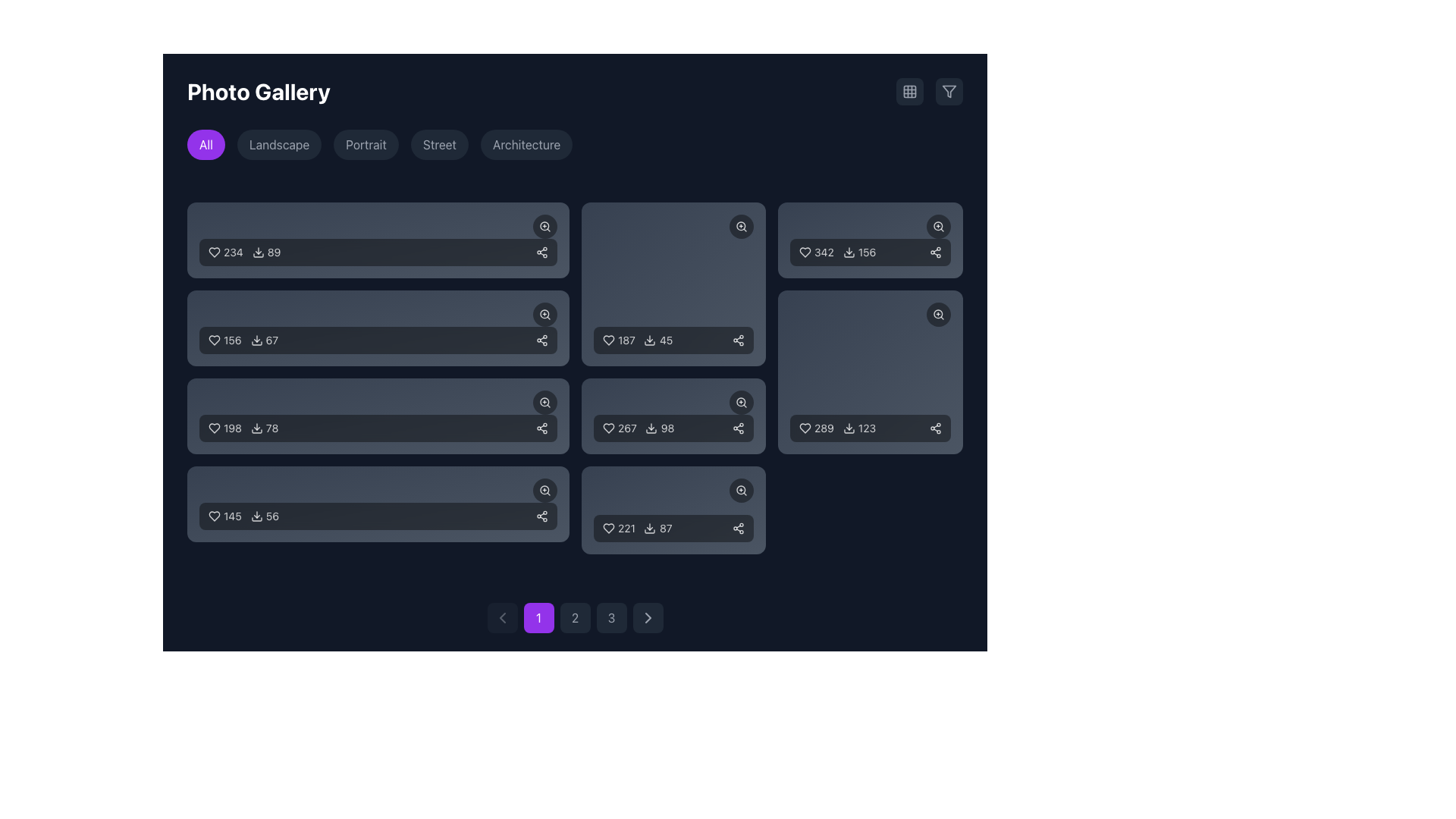 Image resolution: width=1456 pixels, height=819 pixels. Describe the element at coordinates (871, 372) in the screenshot. I see `the Card-like UI component located in the bottom-right corner of the grid layout to like the media file or content item` at that location.